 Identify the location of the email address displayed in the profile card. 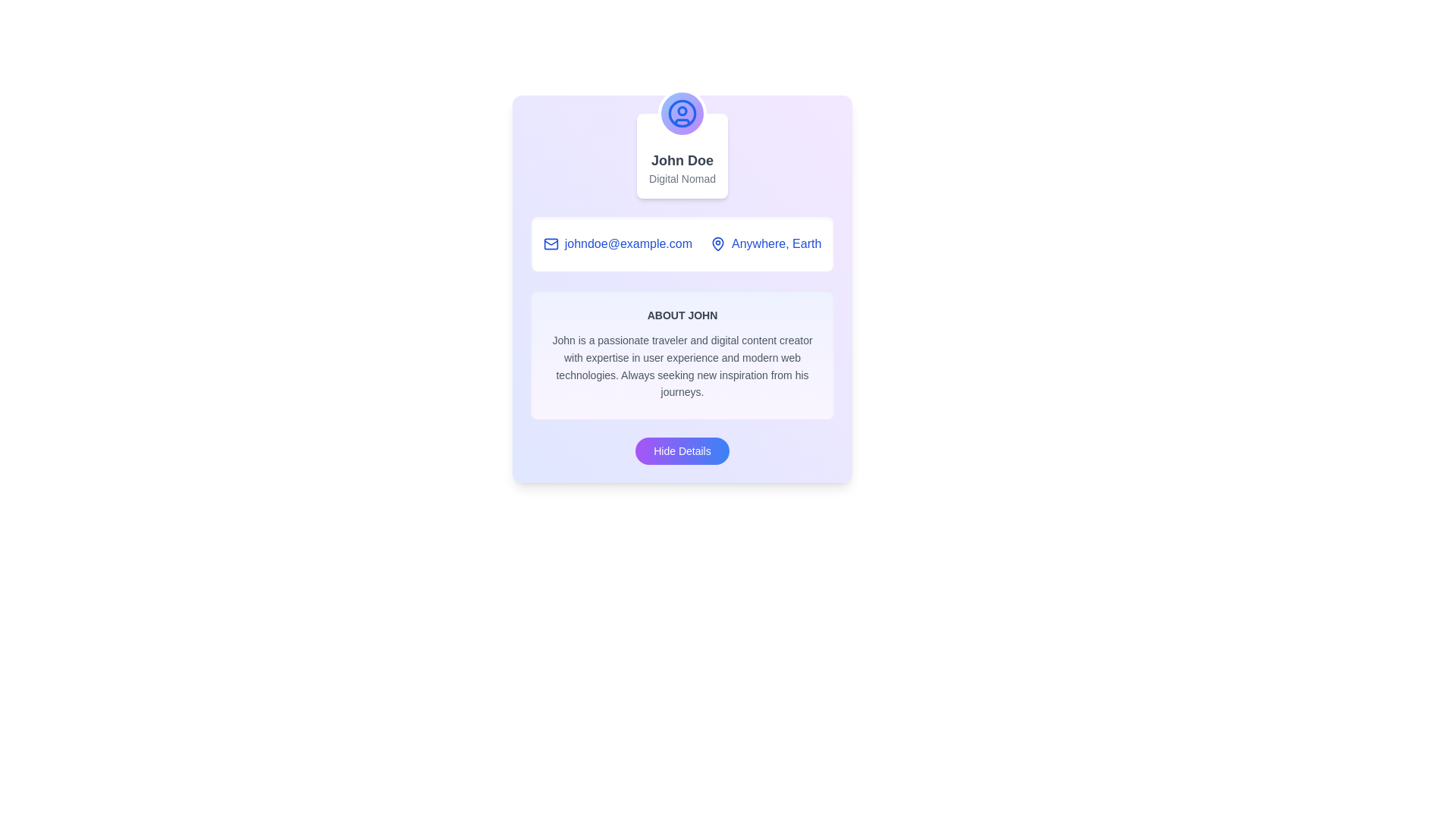
(617, 243).